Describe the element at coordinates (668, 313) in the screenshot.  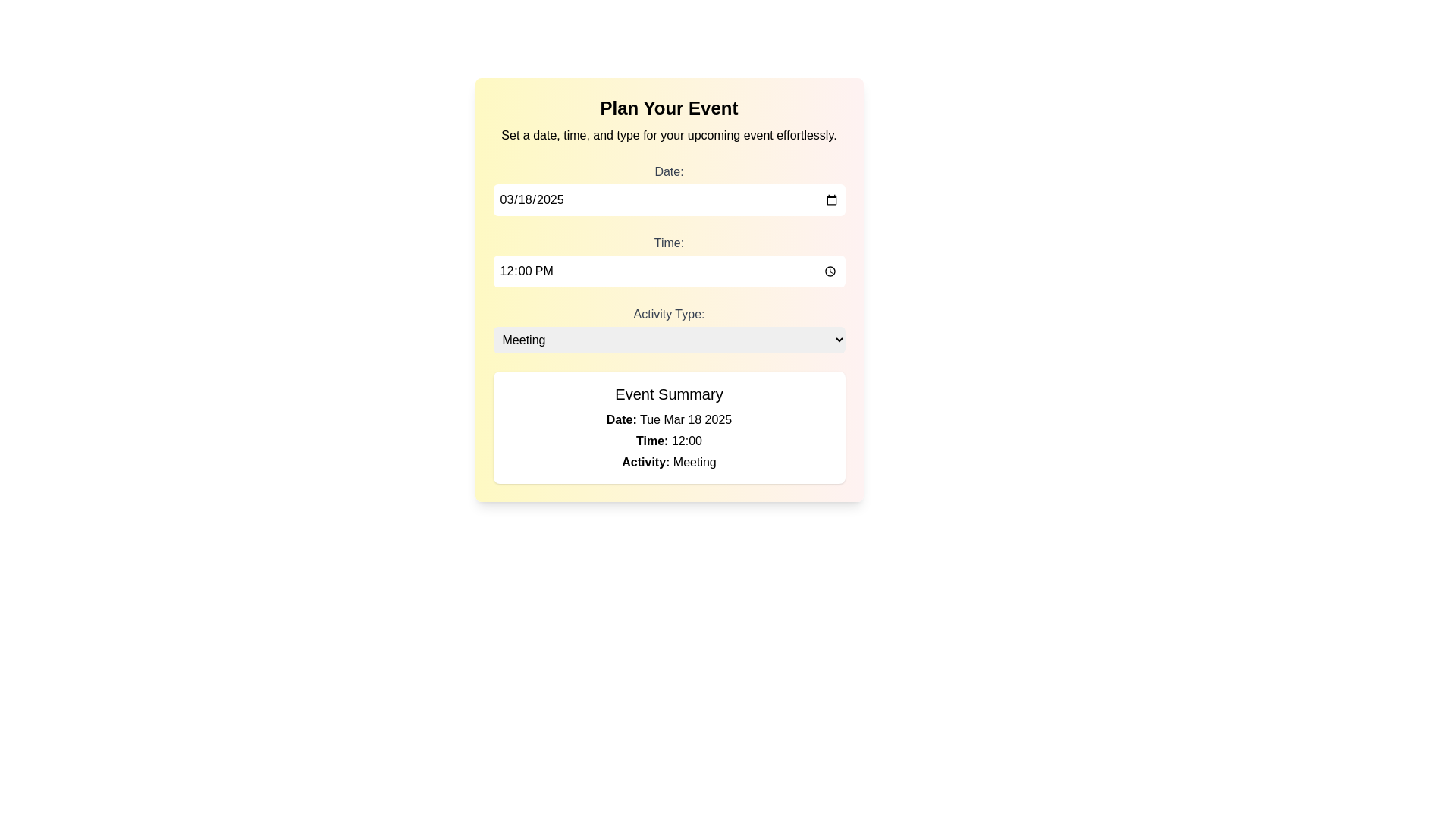
I see `the label that says 'Activity Type:' which is styled in gray and positioned above the dropdown menu for activity type selection` at that location.